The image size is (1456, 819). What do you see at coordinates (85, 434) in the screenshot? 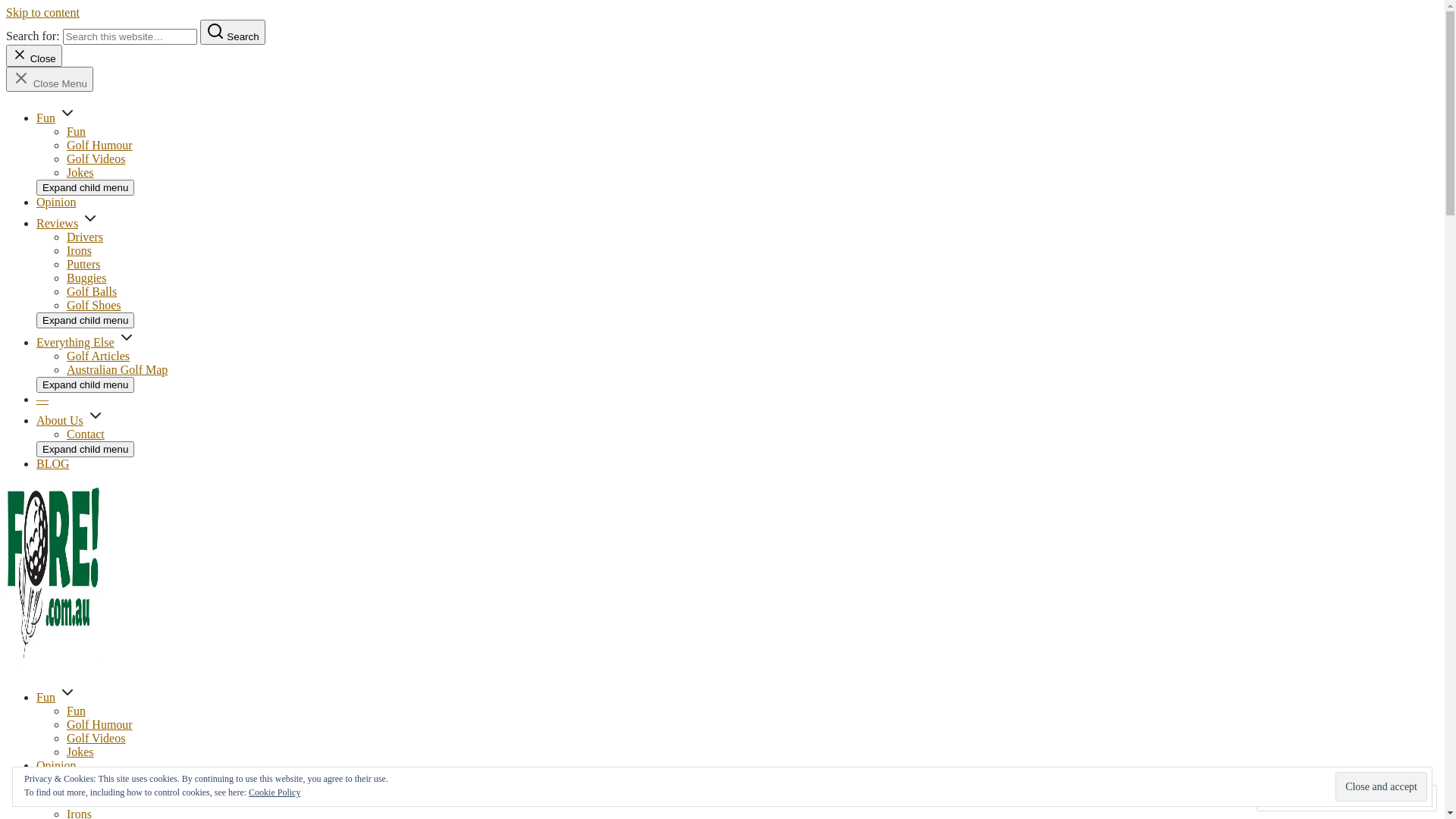
I see `'Contact'` at bounding box center [85, 434].